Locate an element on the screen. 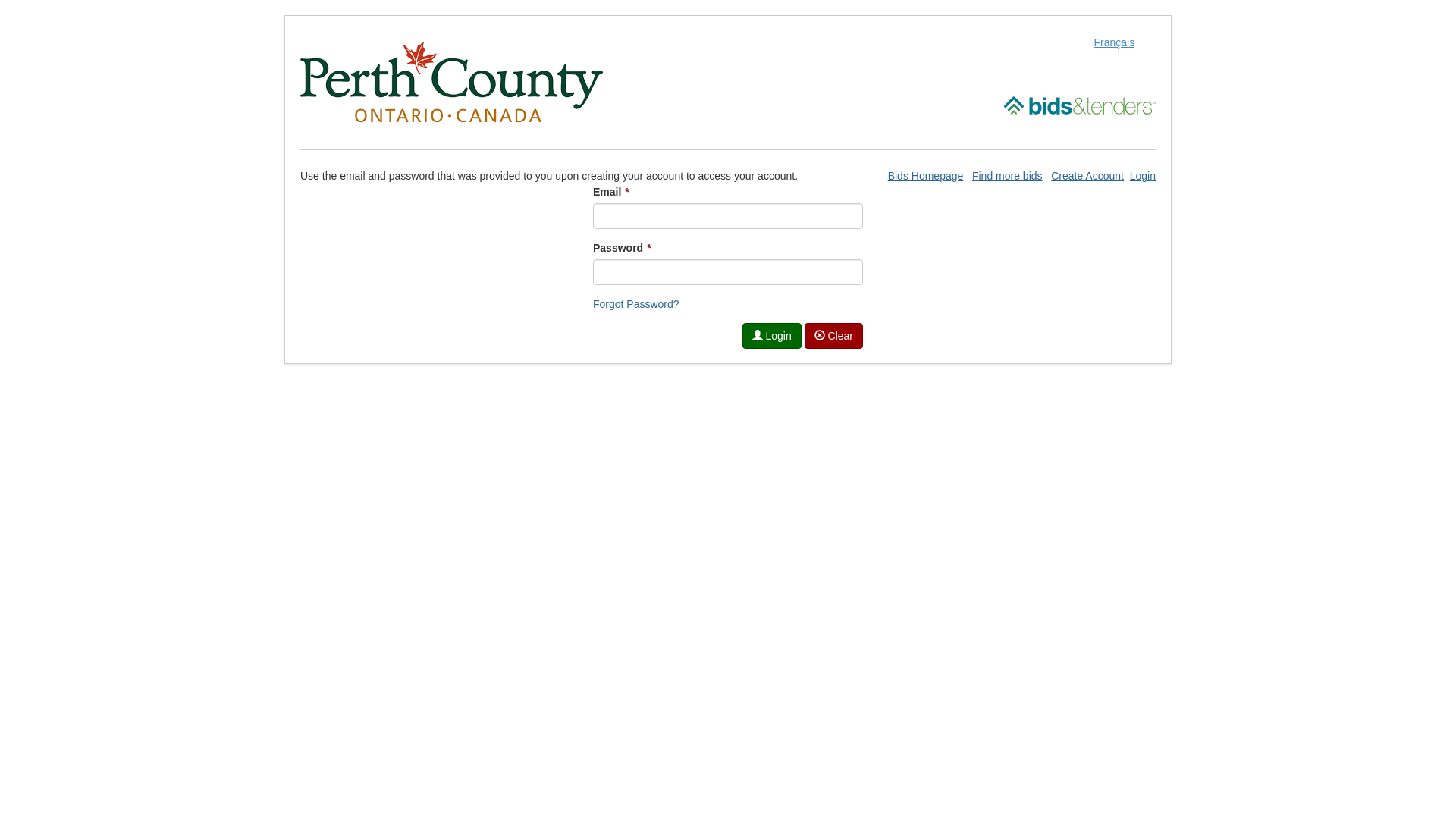  'Create Account' is located at coordinates (1087, 174).